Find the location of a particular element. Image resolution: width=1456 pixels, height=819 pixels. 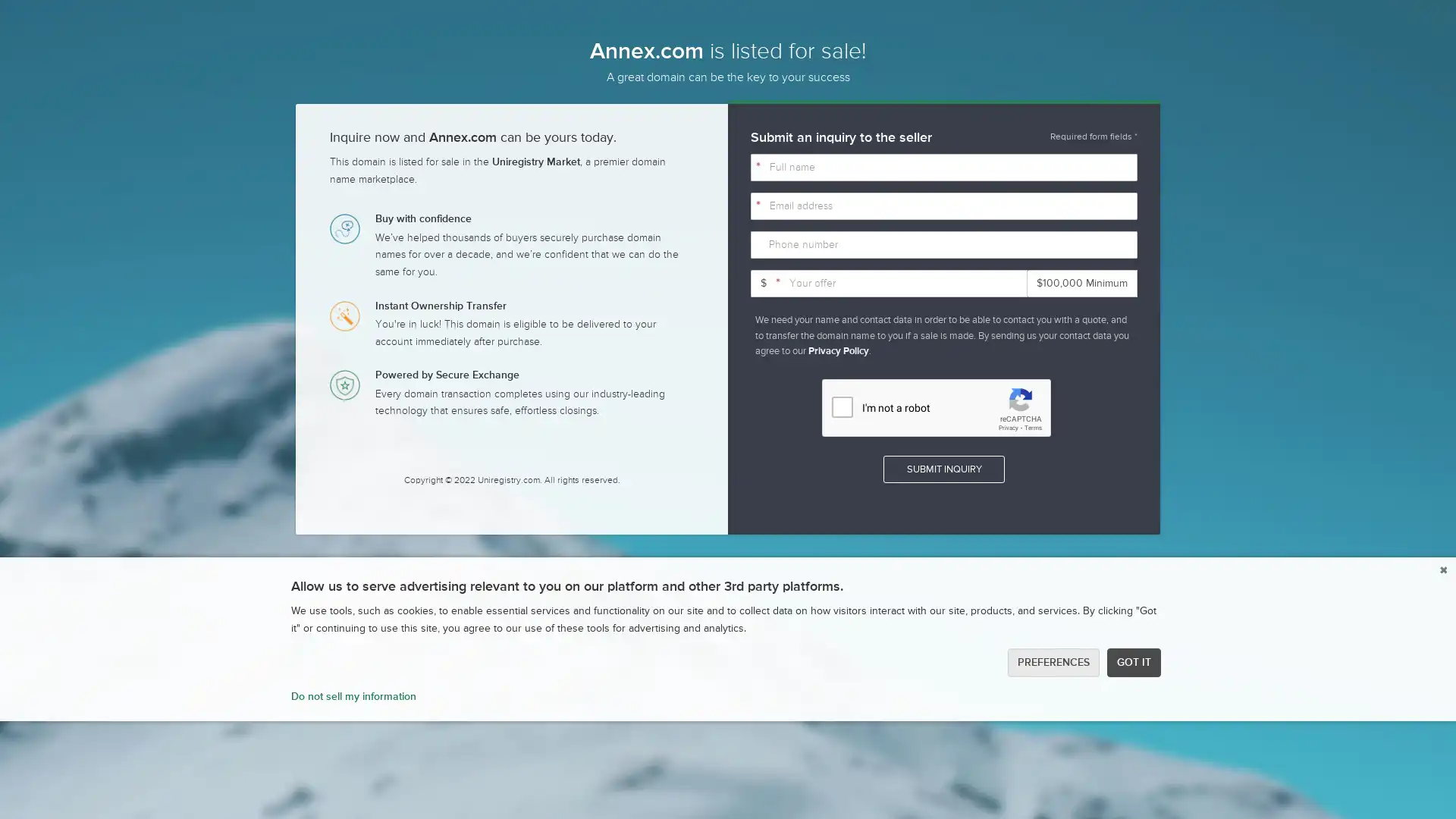

SUBMIT INQUIRY is located at coordinates (943, 468).